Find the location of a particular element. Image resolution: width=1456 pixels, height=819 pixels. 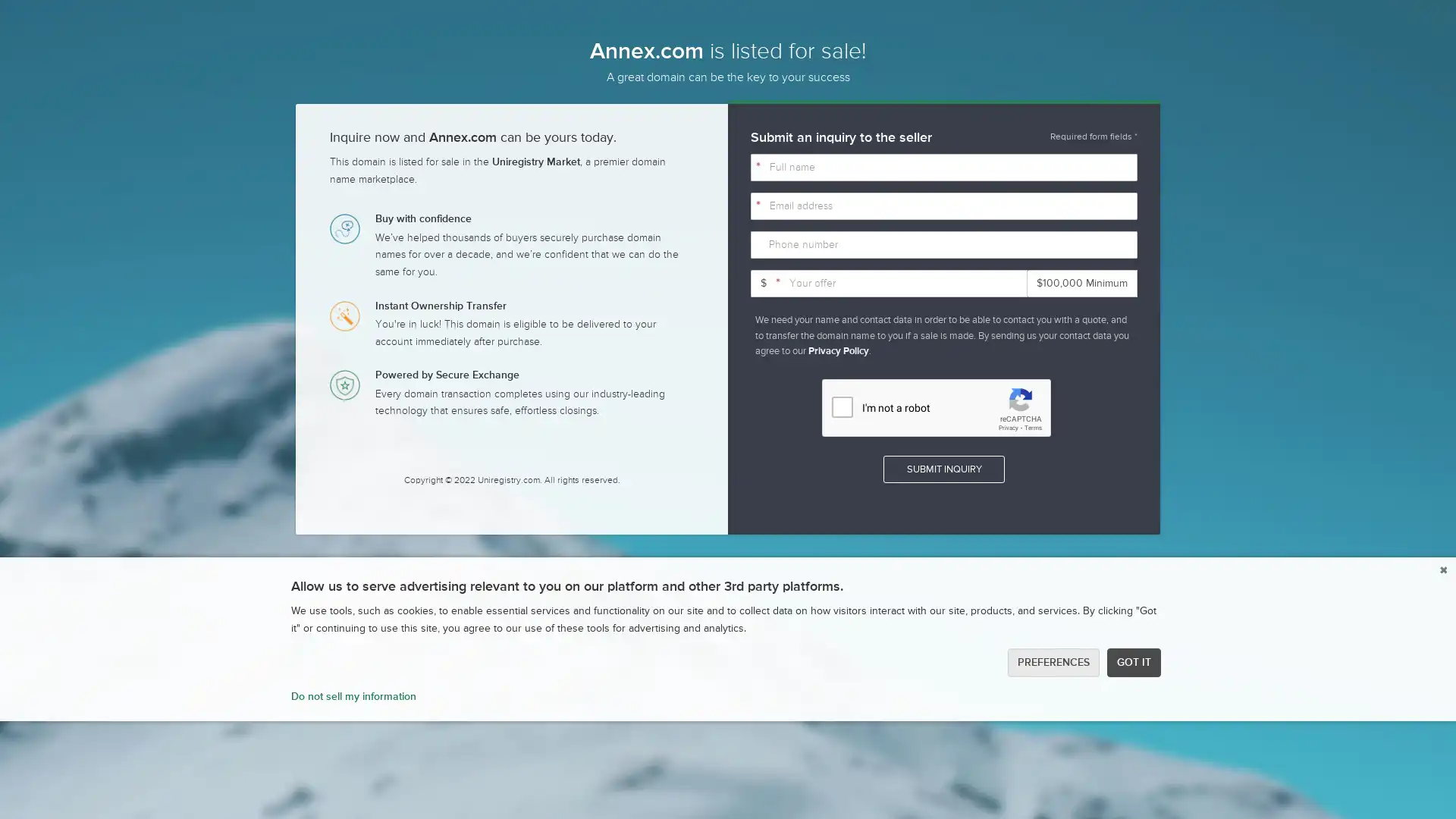

SUBMIT INQUIRY is located at coordinates (943, 468).